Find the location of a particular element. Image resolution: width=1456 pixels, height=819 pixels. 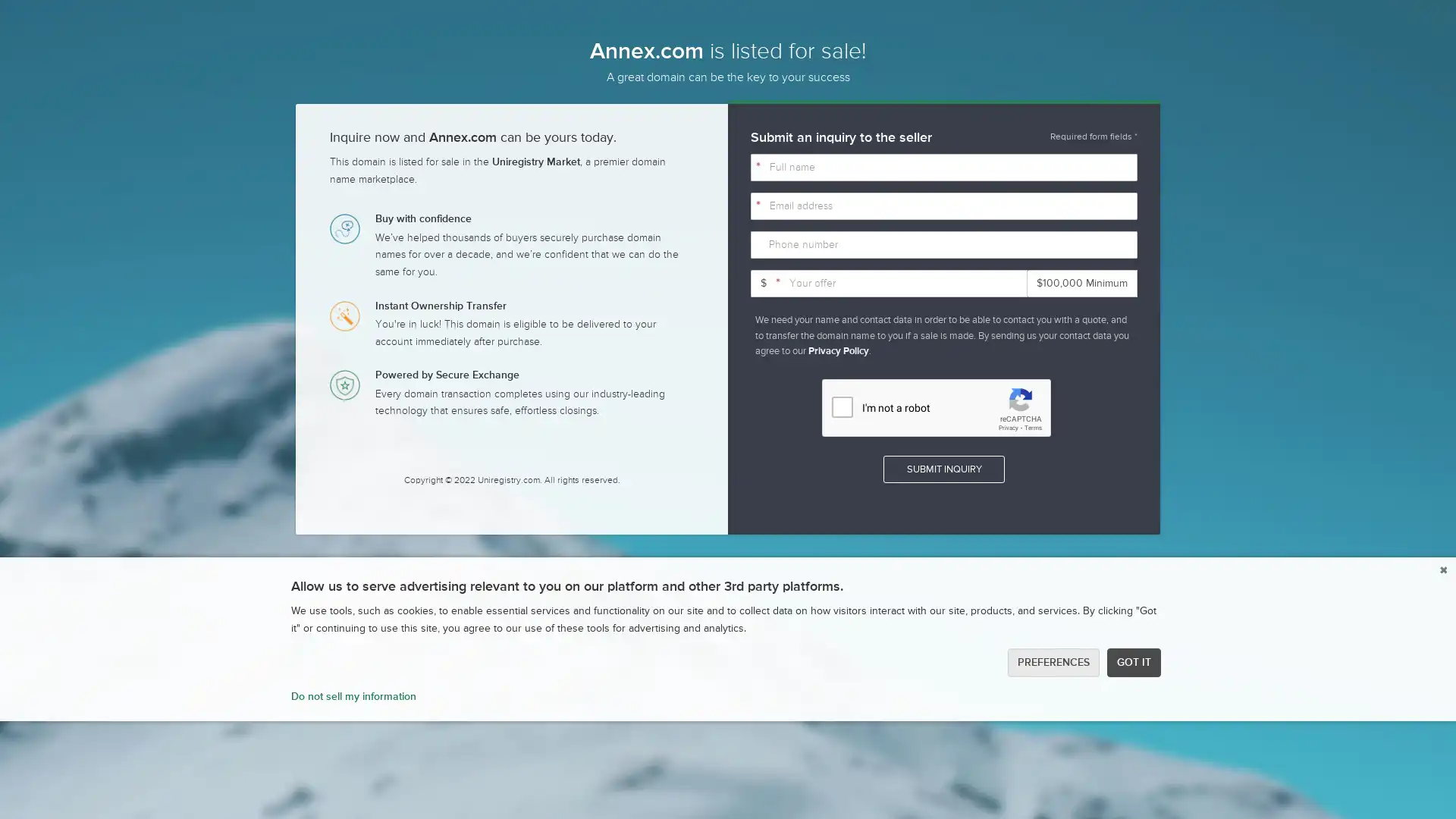

SUBMIT INQUIRY is located at coordinates (943, 468).